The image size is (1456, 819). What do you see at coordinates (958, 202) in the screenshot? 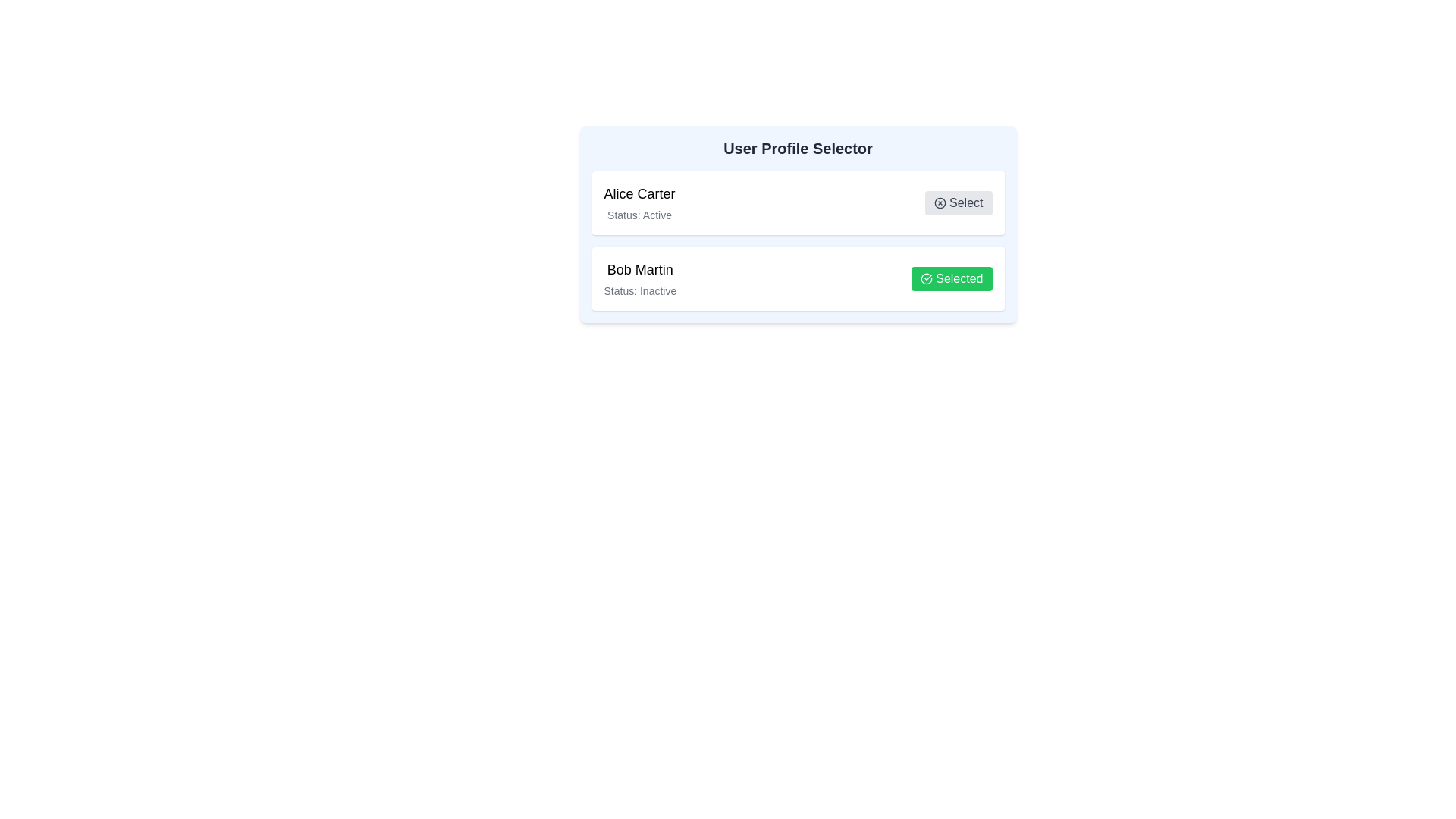
I see `the user profile identified by Alice Carter` at bounding box center [958, 202].